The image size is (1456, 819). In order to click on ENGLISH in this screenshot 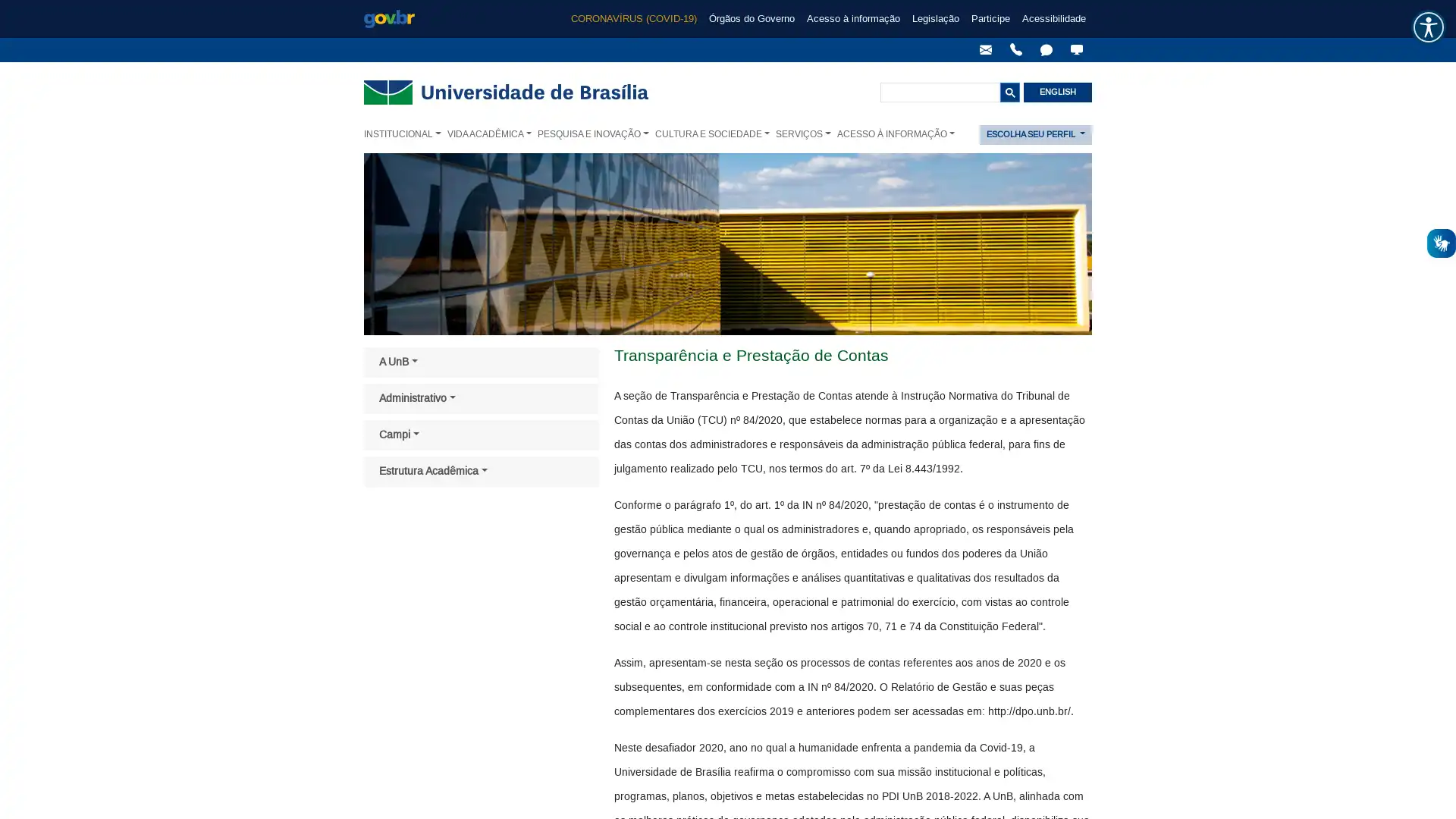, I will do `click(1057, 93)`.